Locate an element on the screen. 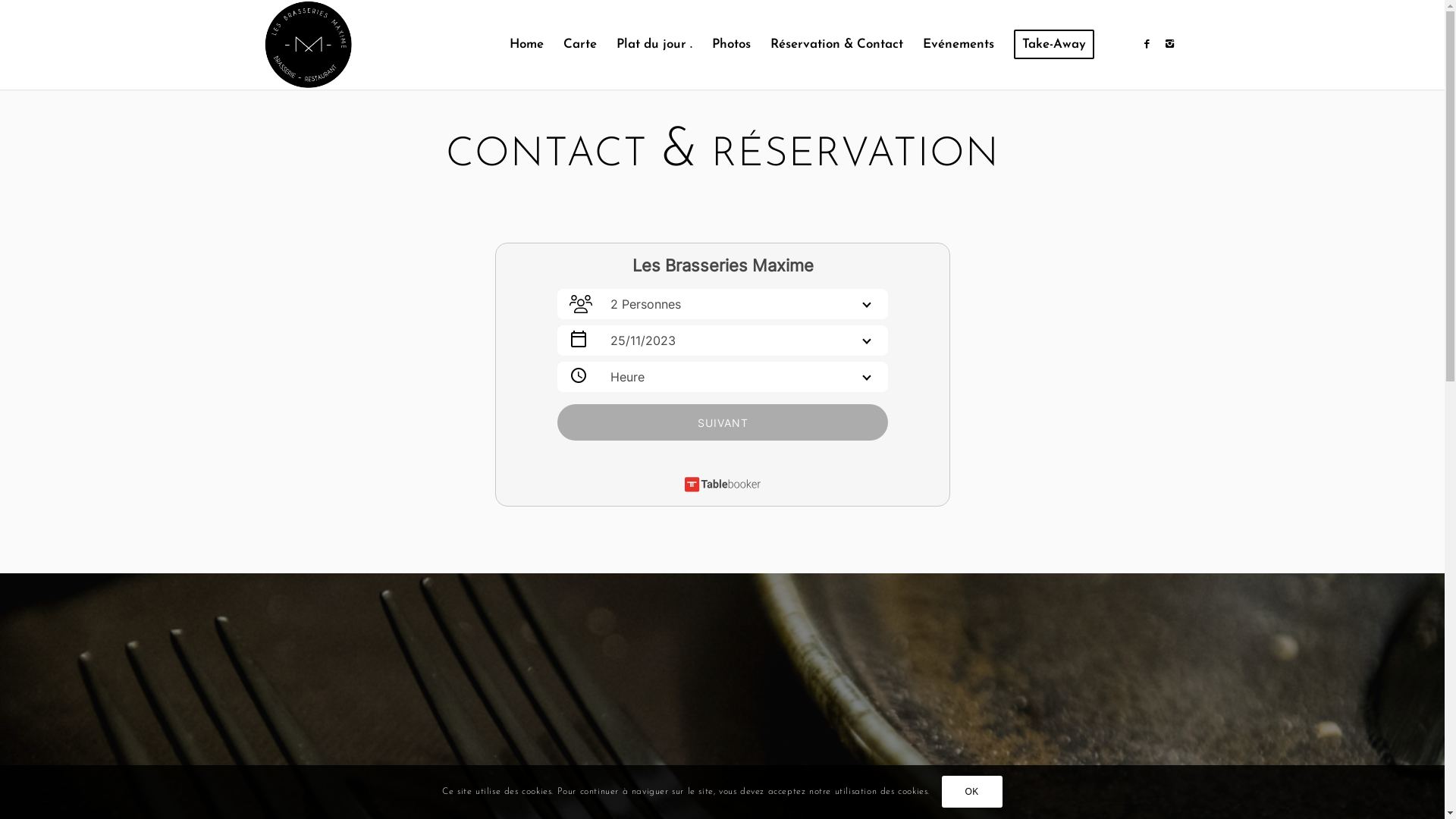  'Take-Away' is located at coordinates (1053, 43).